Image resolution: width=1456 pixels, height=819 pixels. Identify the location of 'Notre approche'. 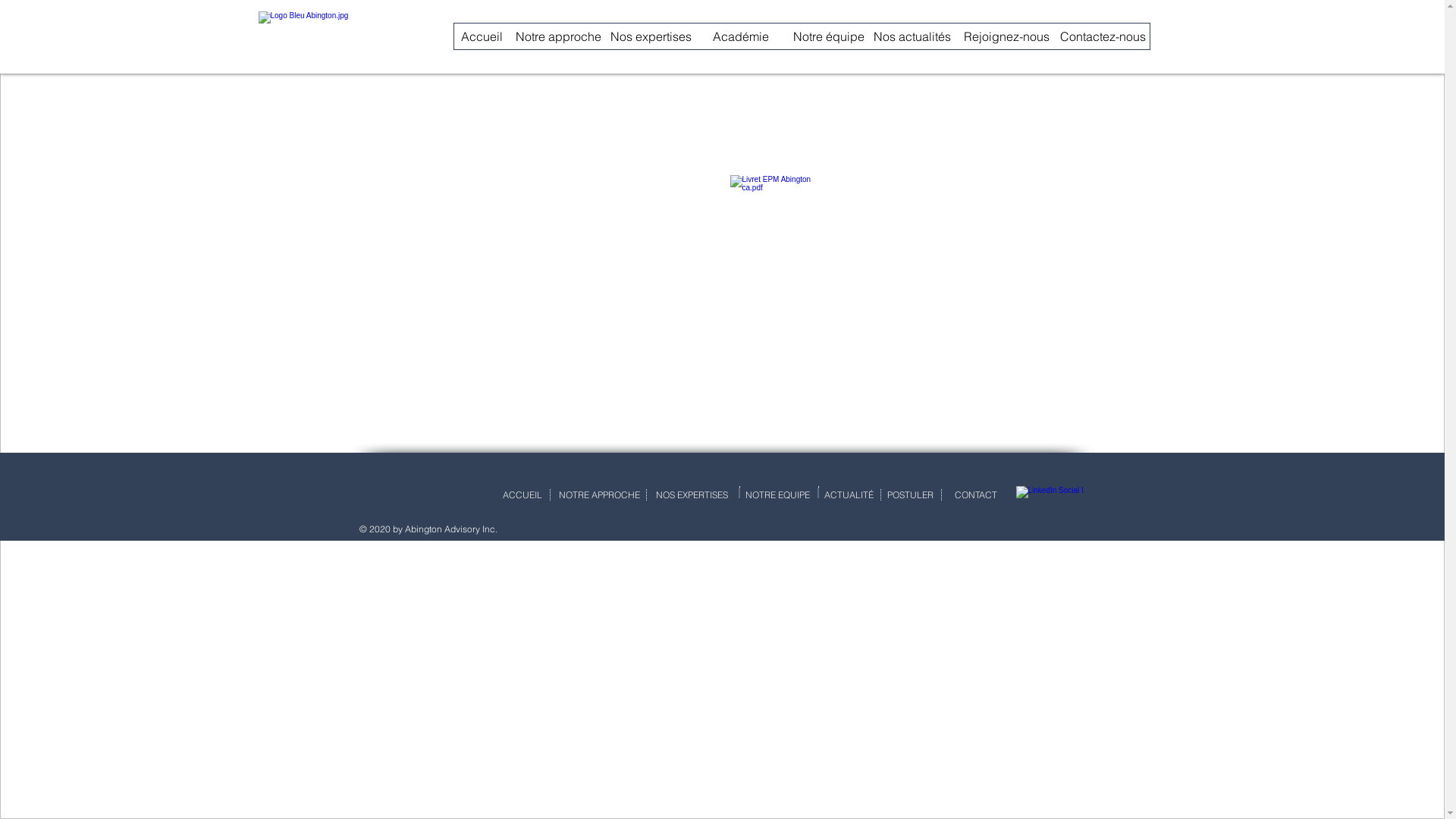
(557, 35).